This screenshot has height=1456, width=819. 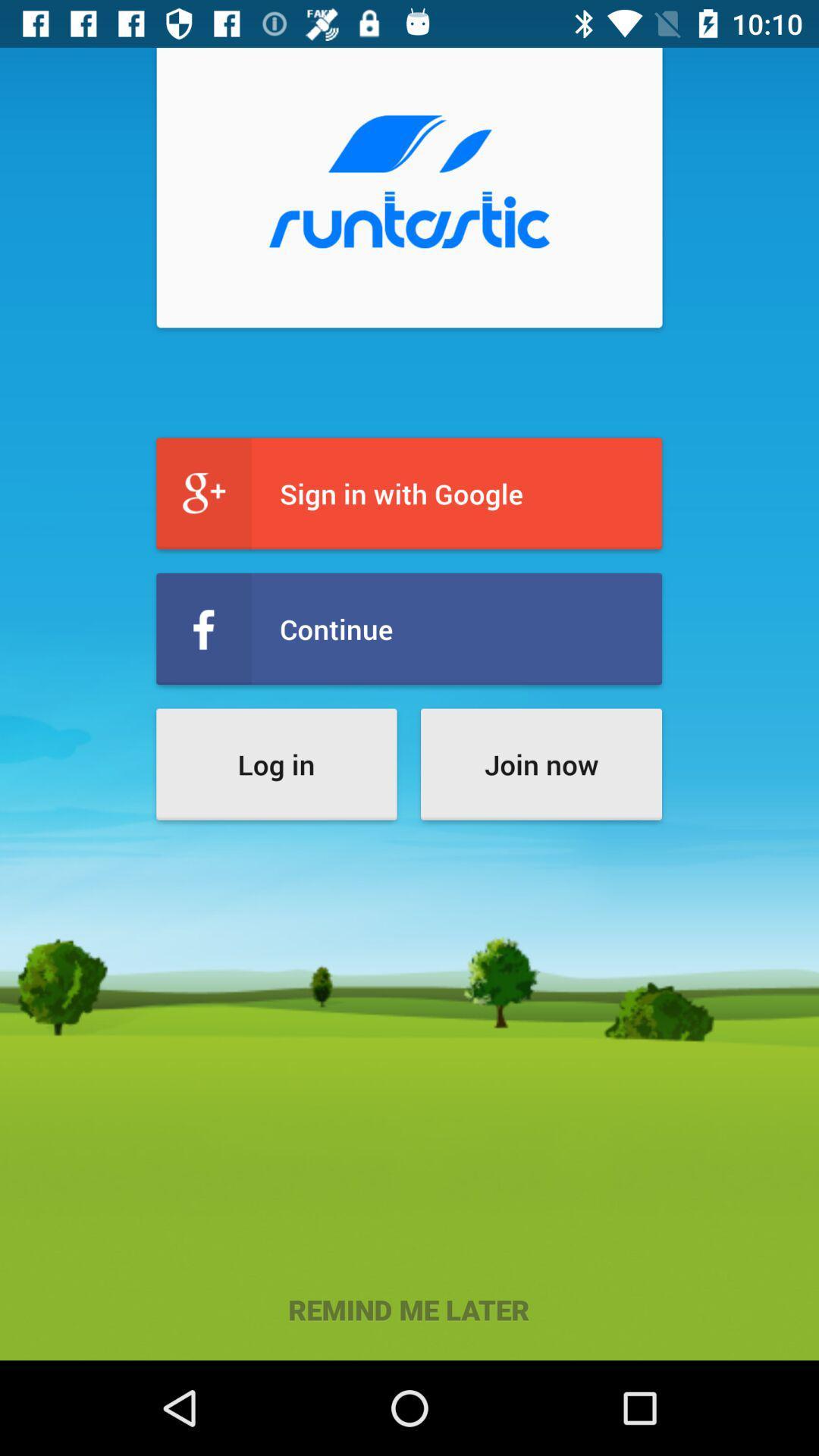 I want to click on the join now, so click(x=540, y=764).